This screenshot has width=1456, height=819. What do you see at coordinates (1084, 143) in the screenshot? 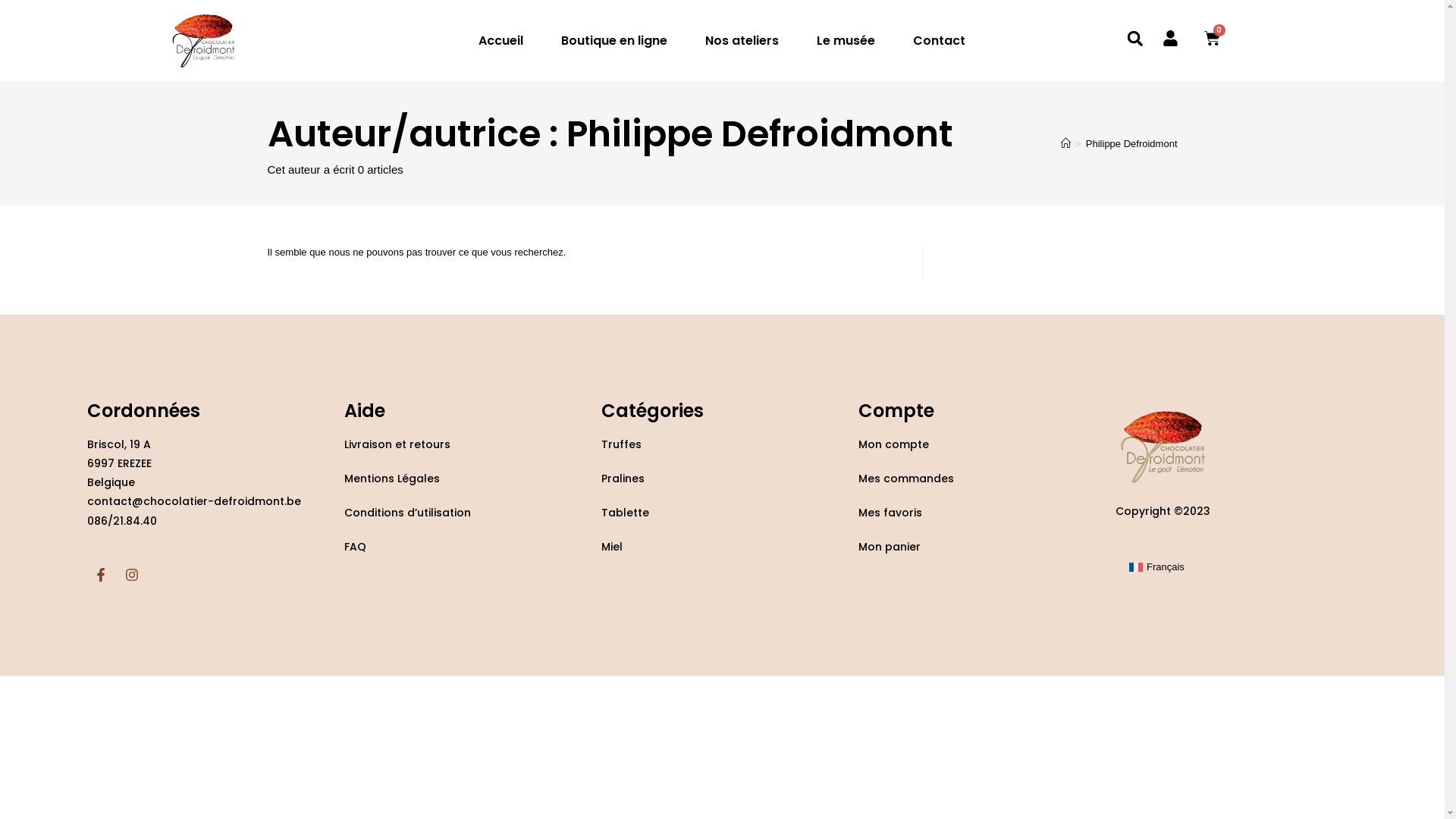
I see `'Philippe Defroidmont'` at bounding box center [1084, 143].